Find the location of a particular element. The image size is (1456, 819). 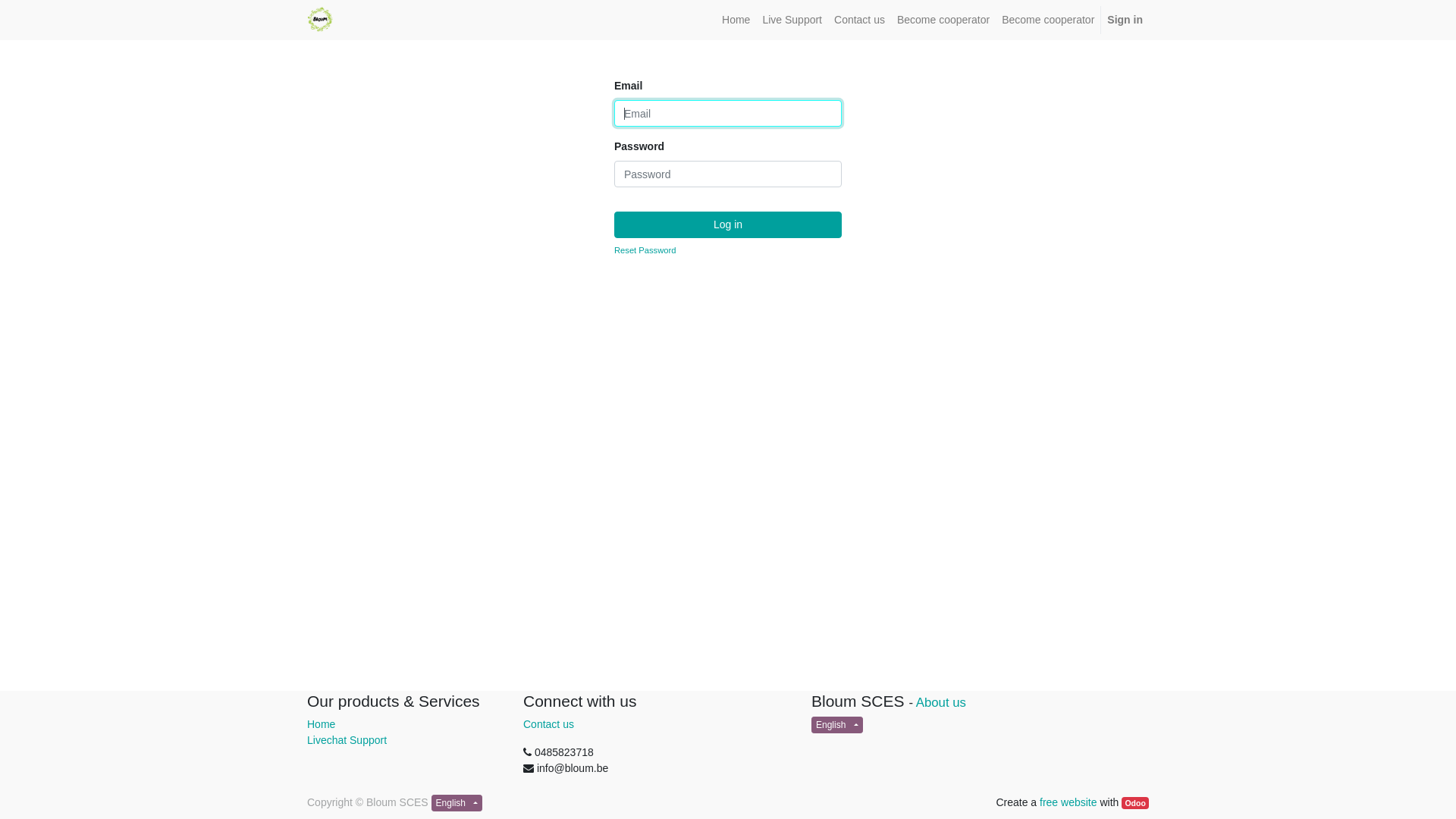

'Reset Password' is located at coordinates (614, 249).